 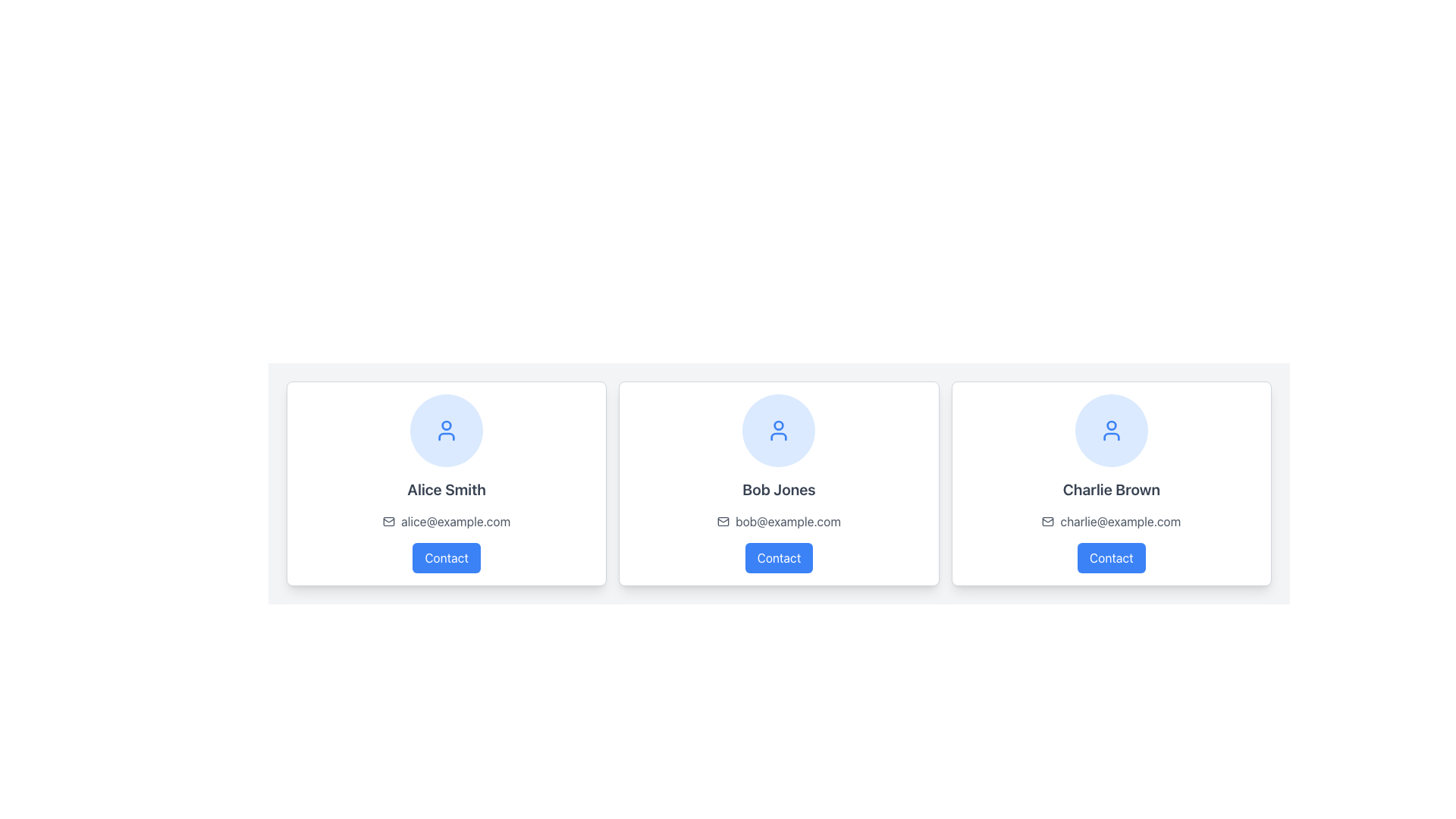 I want to click on the text label displaying the email address 'charlie@example.com', which is located below the profile image of 'Charlie Brown' within the user profile card, so click(x=1120, y=520).